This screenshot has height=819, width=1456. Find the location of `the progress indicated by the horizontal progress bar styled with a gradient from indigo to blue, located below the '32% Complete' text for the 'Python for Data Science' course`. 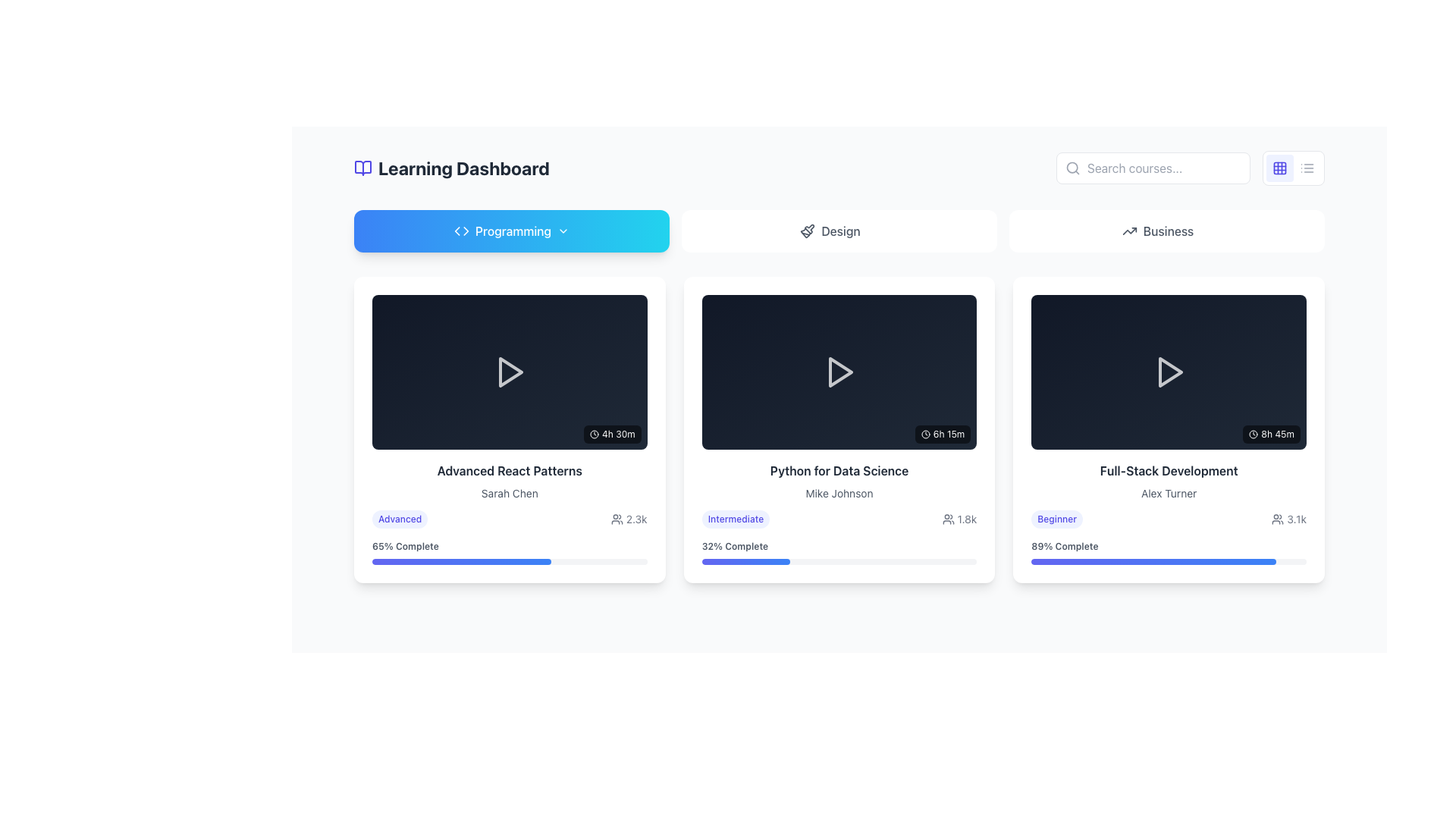

the progress indicated by the horizontal progress bar styled with a gradient from indigo to blue, located below the '32% Complete' text for the 'Python for Data Science' course is located at coordinates (839, 561).